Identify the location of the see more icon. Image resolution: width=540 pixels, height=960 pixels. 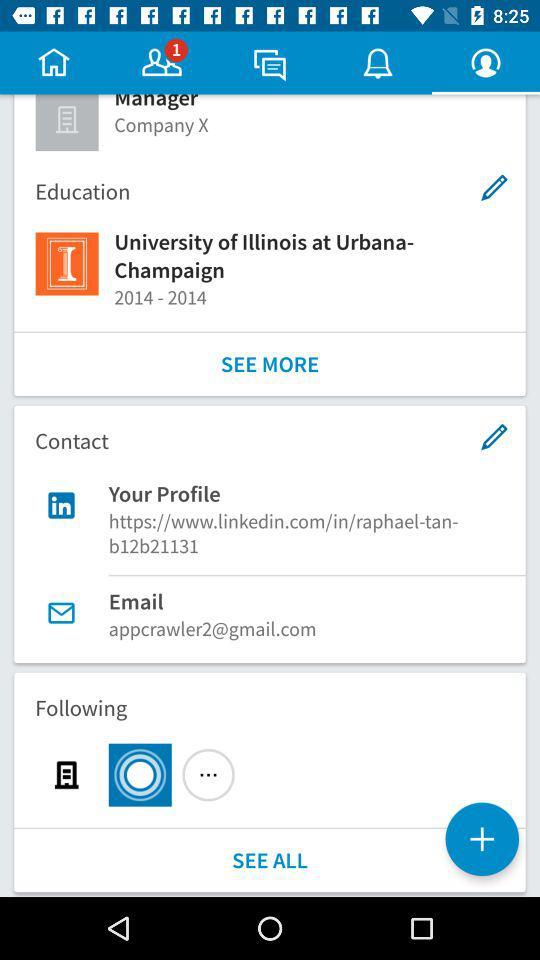
(270, 363).